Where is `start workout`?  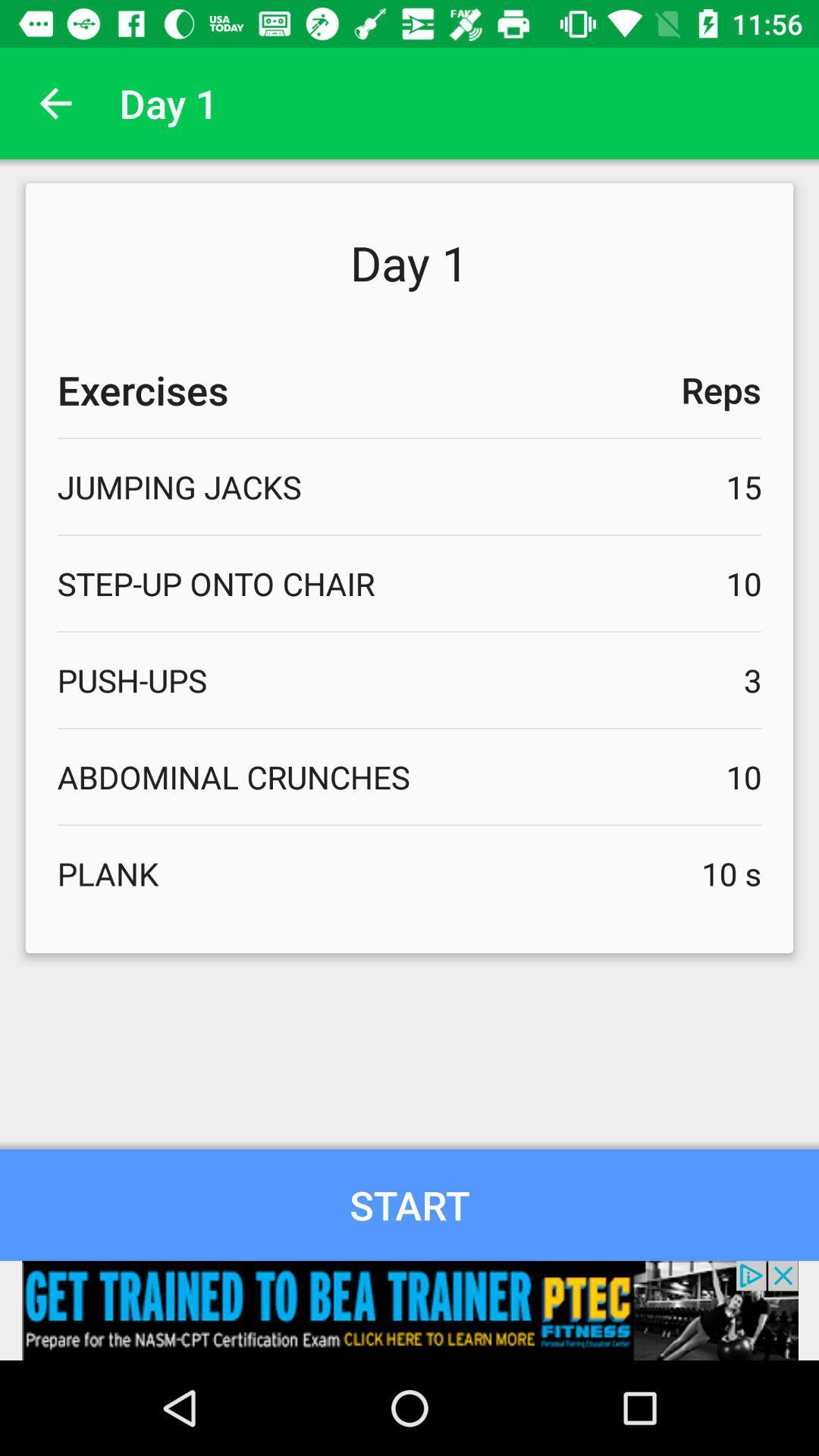
start workout is located at coordinates (409, 1204).